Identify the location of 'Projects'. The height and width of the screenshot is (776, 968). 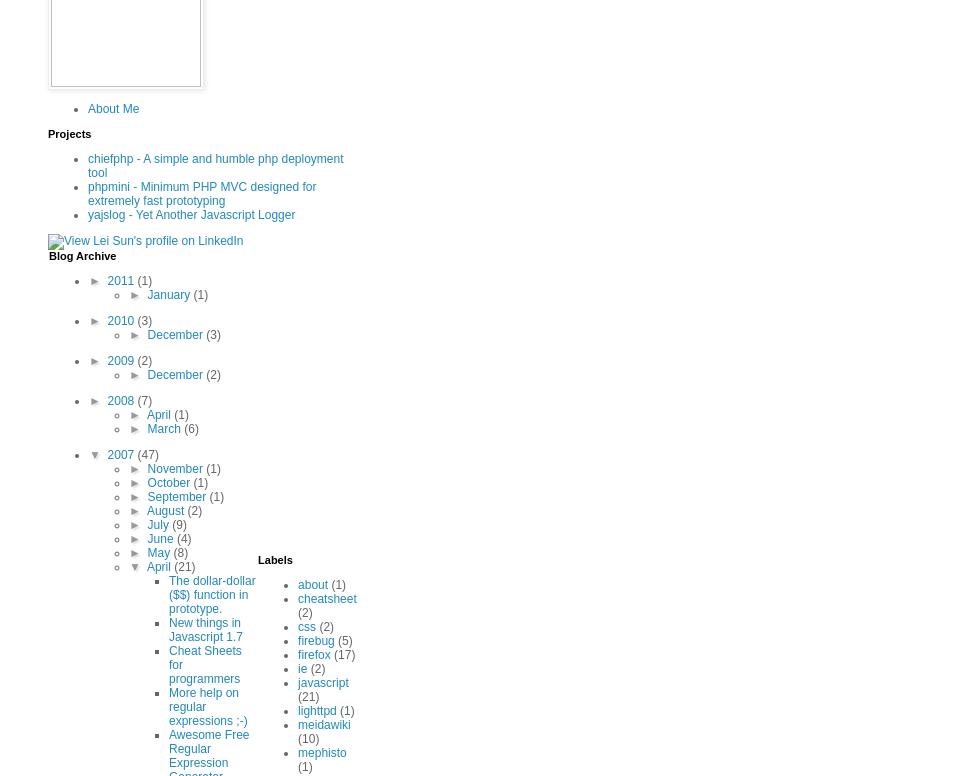
(68, 133).